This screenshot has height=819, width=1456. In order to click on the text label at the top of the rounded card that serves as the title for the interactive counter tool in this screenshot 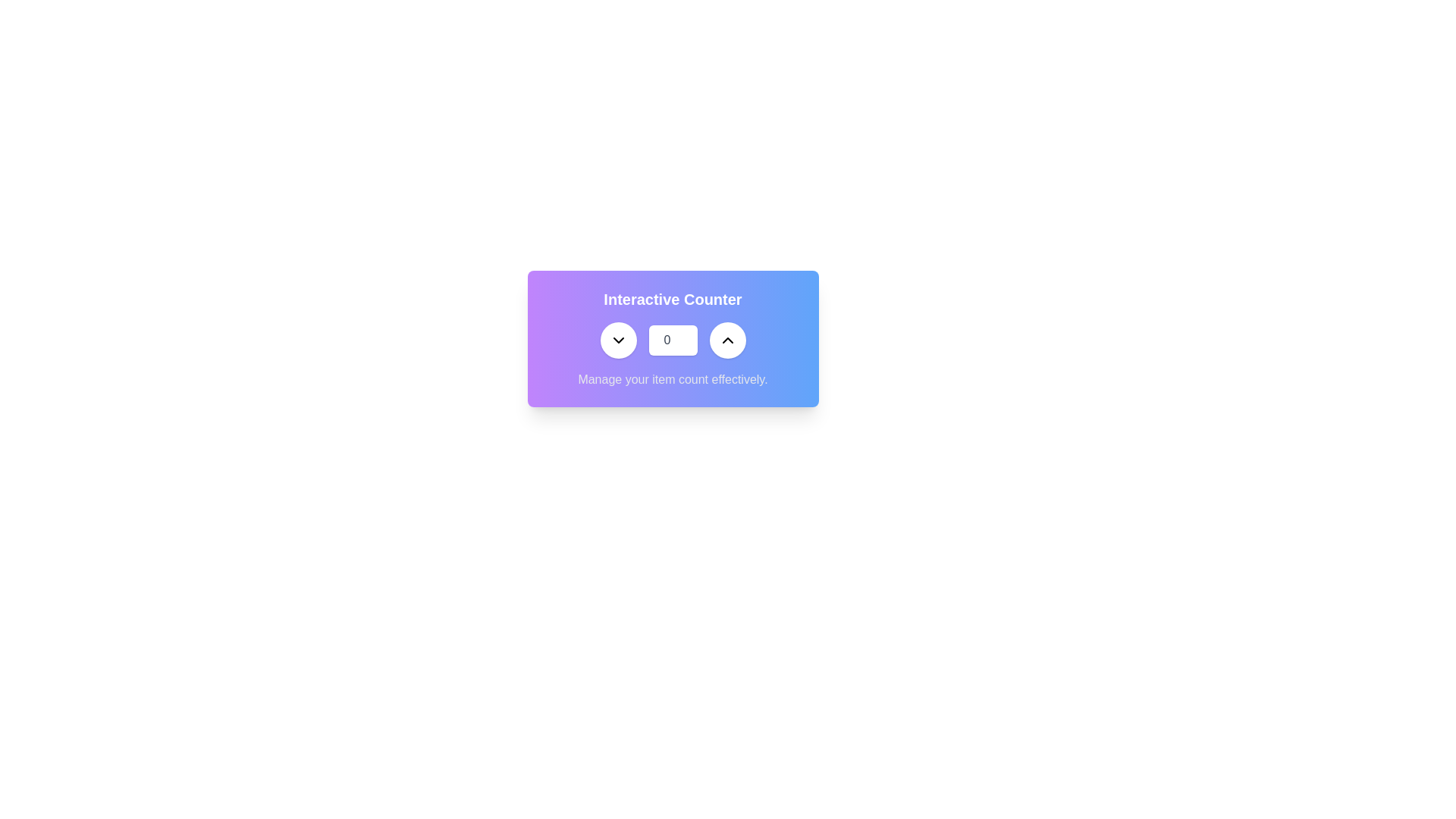, I will do `click(672, 299)`.